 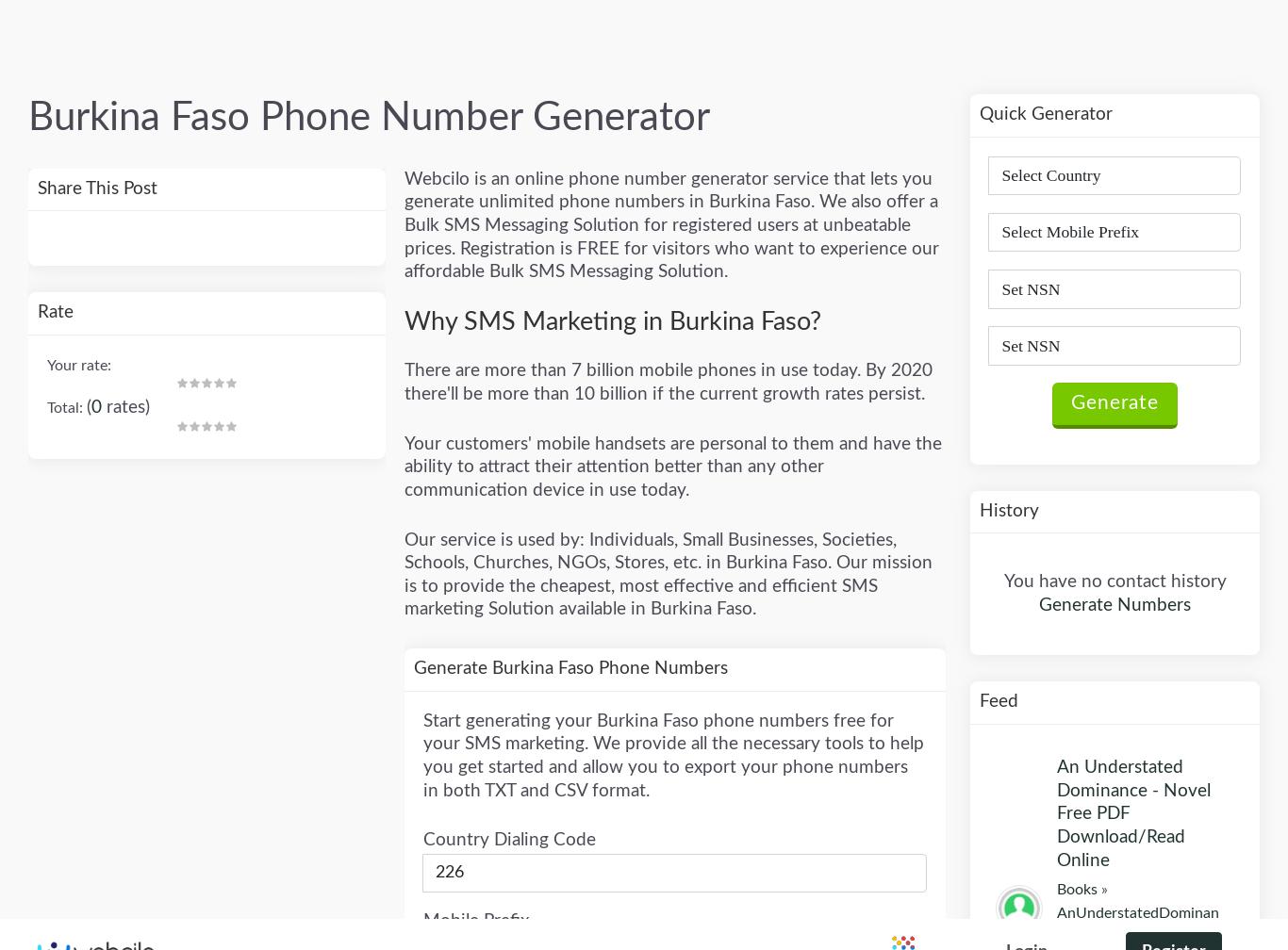 What do you see at coordinates (1107, 131) in the screenshot?
I see `'singhsau001'` at bounding box center [1107, 131].